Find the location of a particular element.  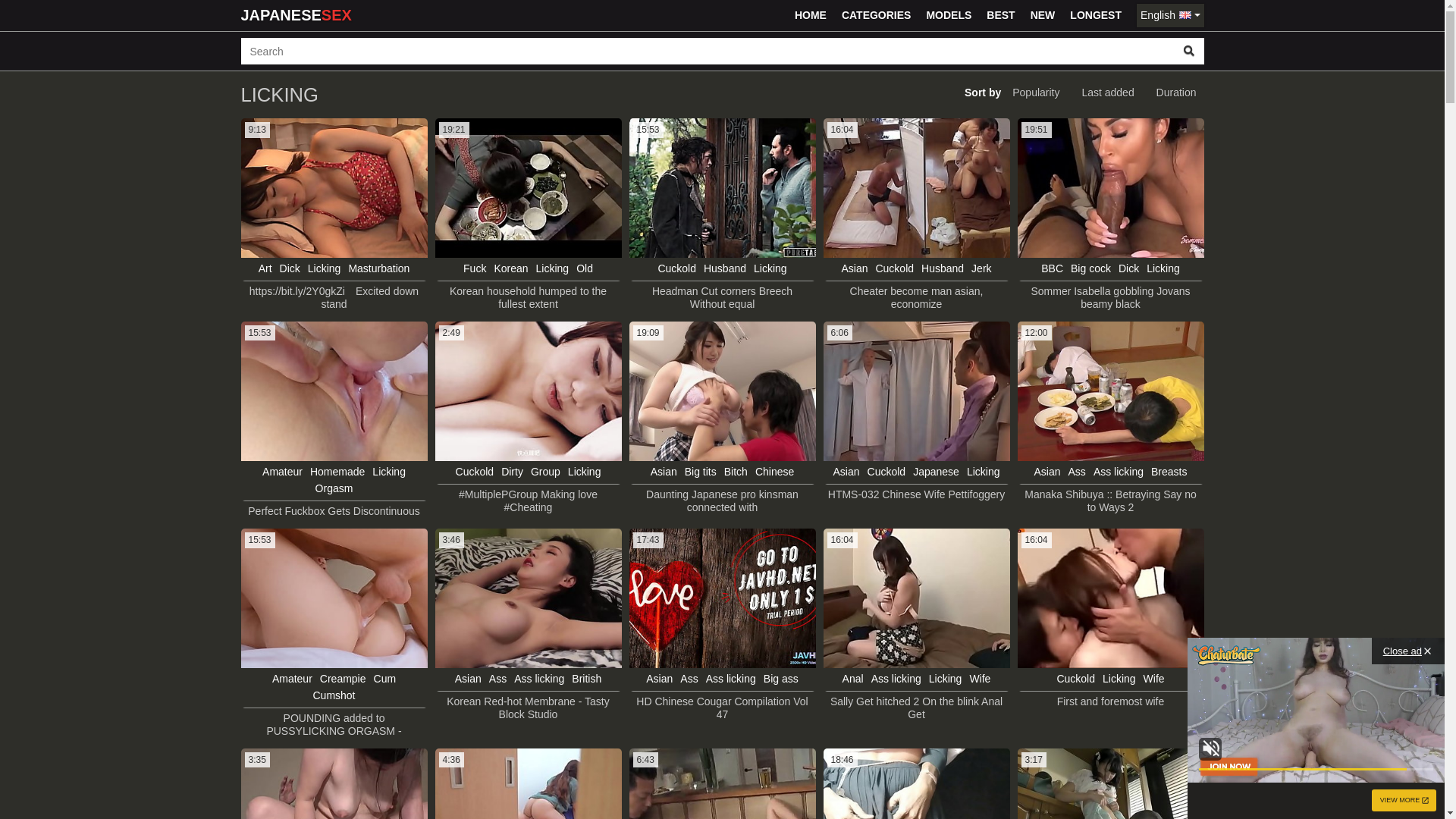

'Anal' is located at coordinates (852, 677).